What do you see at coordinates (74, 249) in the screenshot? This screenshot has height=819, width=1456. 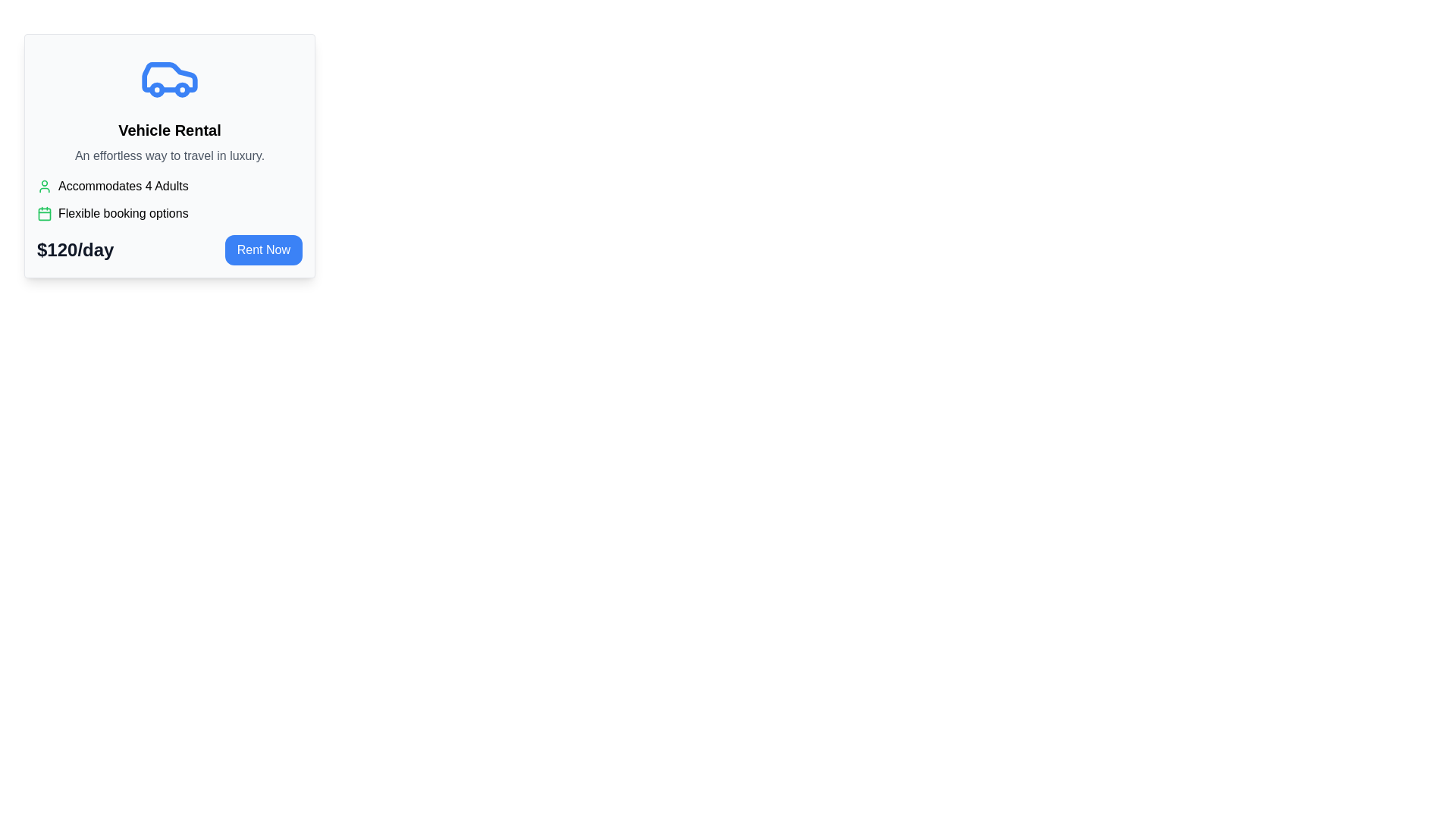 I see `the static text label displaying the price '$120/day' in large, bold, gray font, located at the lower-left corner of the card layout` at bounding box center [74, 249].